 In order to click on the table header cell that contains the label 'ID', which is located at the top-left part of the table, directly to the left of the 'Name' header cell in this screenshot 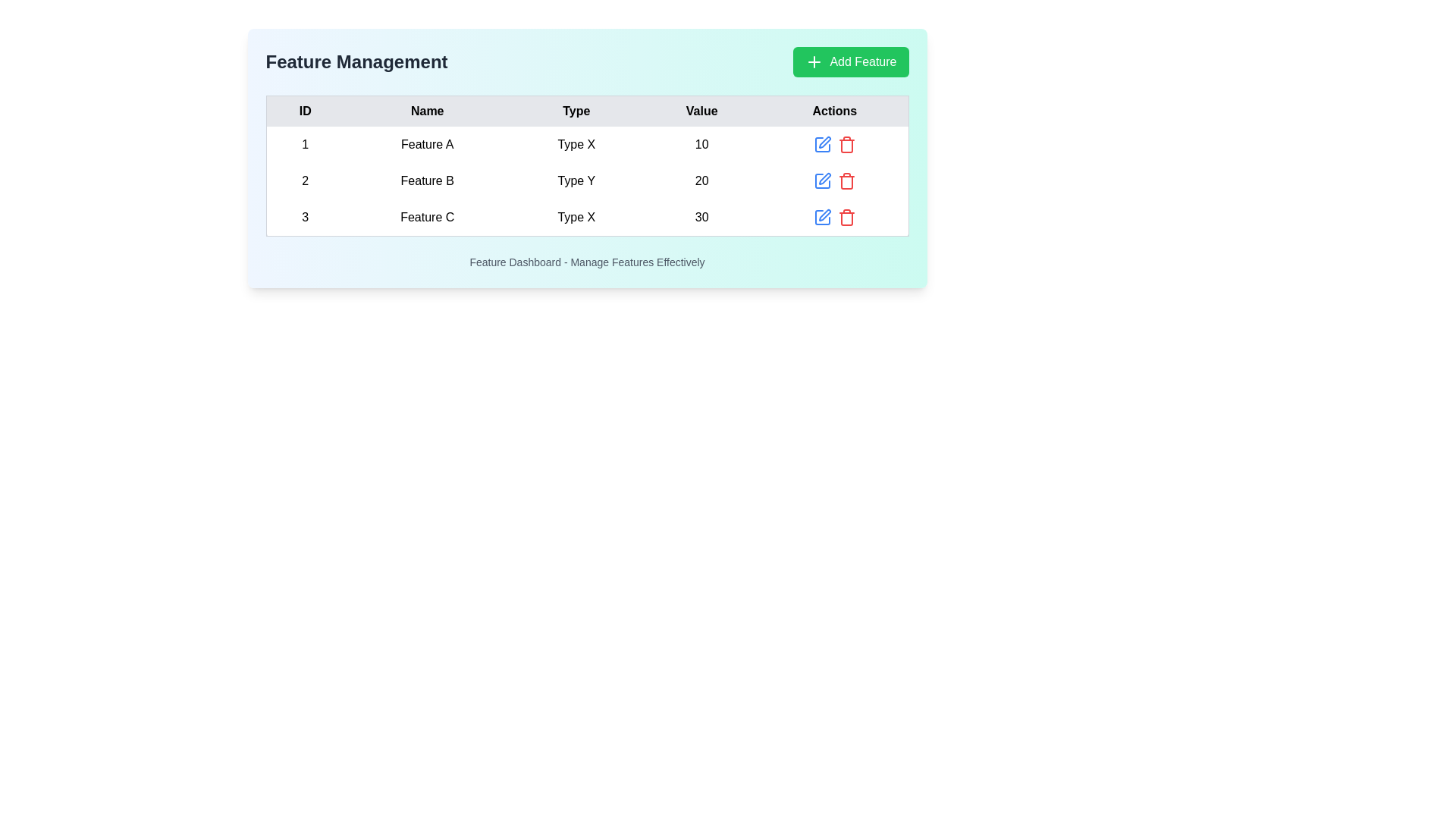, I will do `click(304, 110)`.